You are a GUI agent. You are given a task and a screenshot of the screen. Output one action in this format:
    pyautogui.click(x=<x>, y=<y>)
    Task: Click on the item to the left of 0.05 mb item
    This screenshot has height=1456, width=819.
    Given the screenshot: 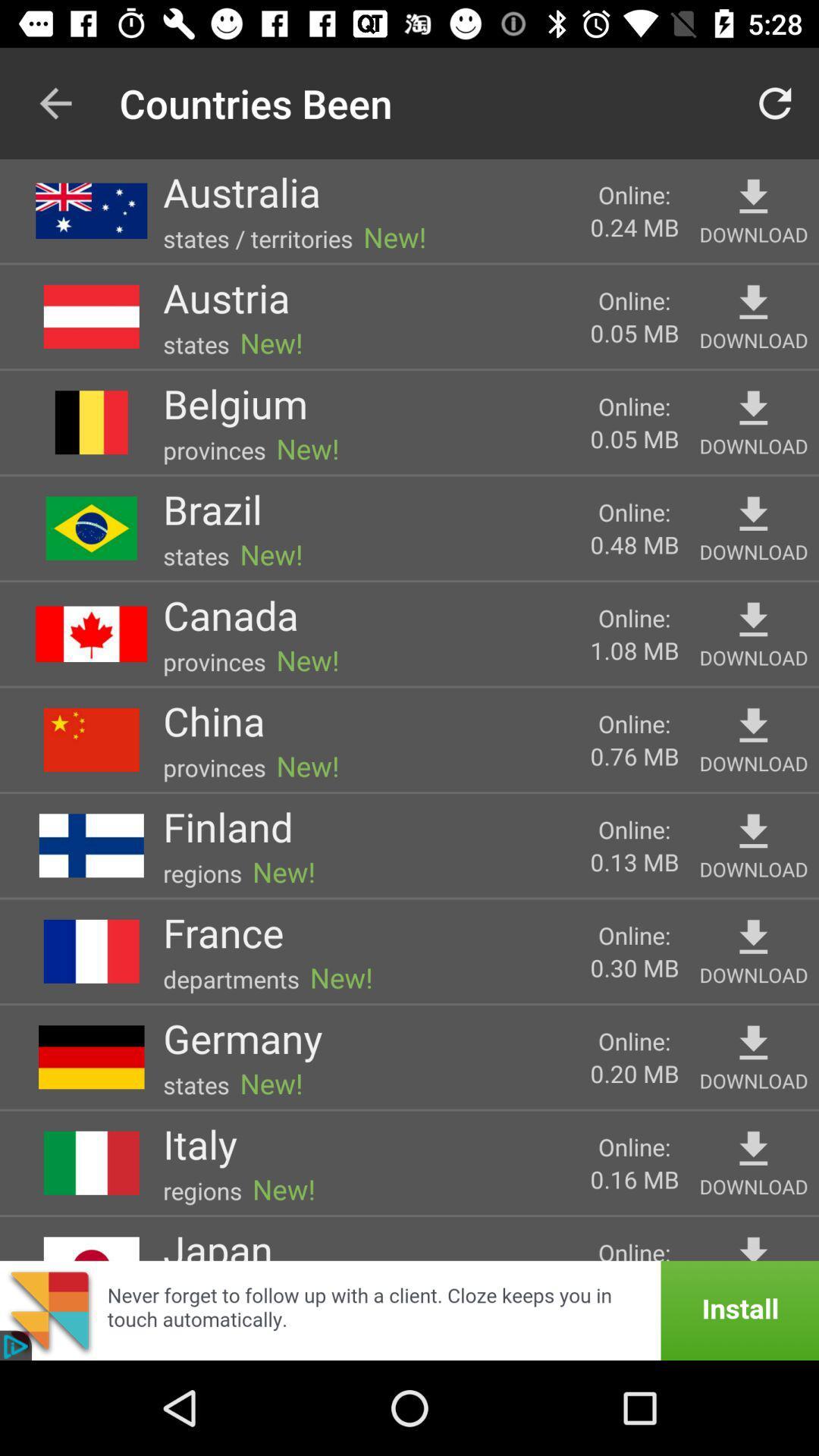 What is the action you would take?
    pyautogui.click(x=226, y=297)
    